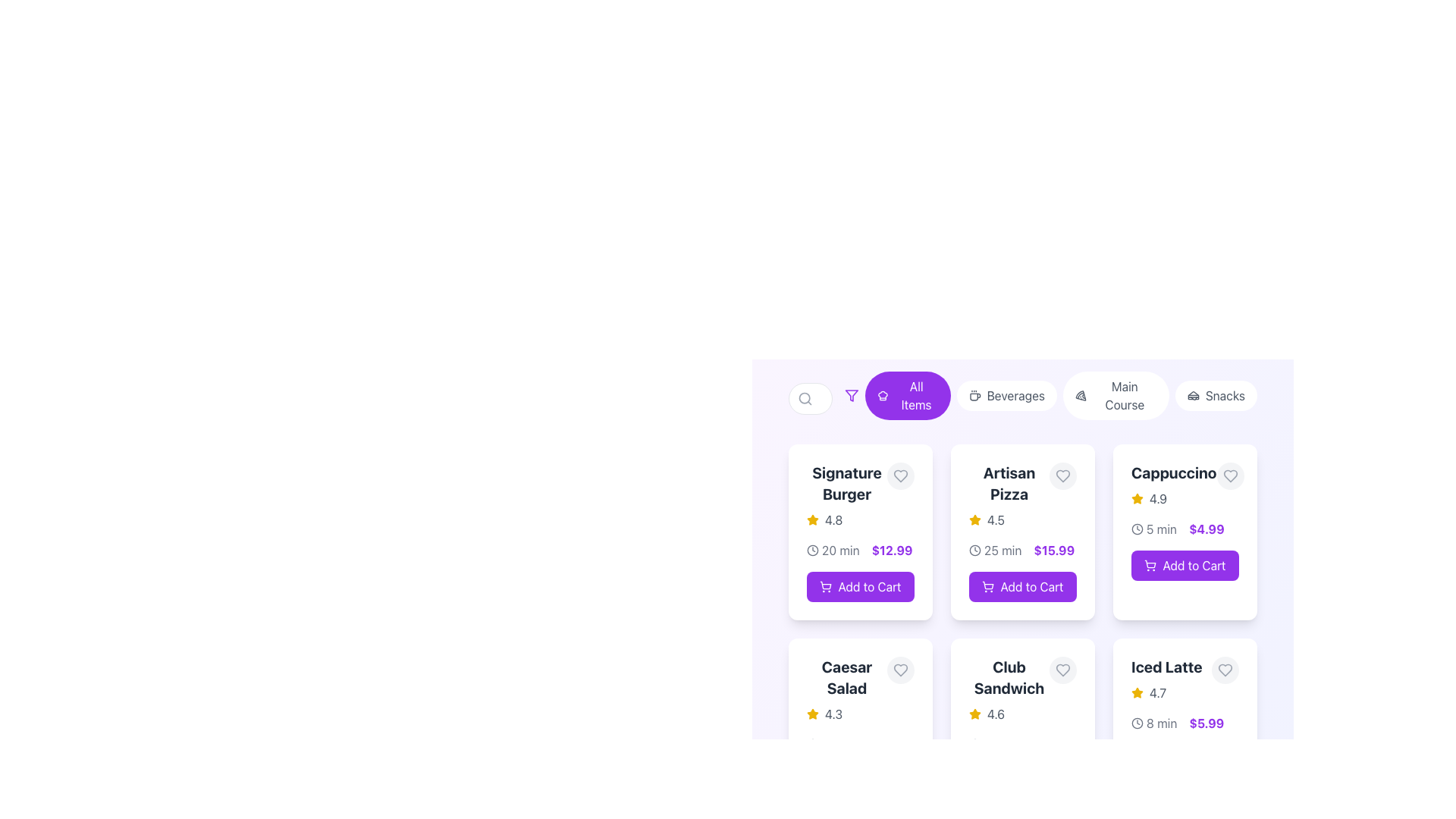  I want to click on the 'Beverages' text label in the navigation bar, so click(1015, 394).